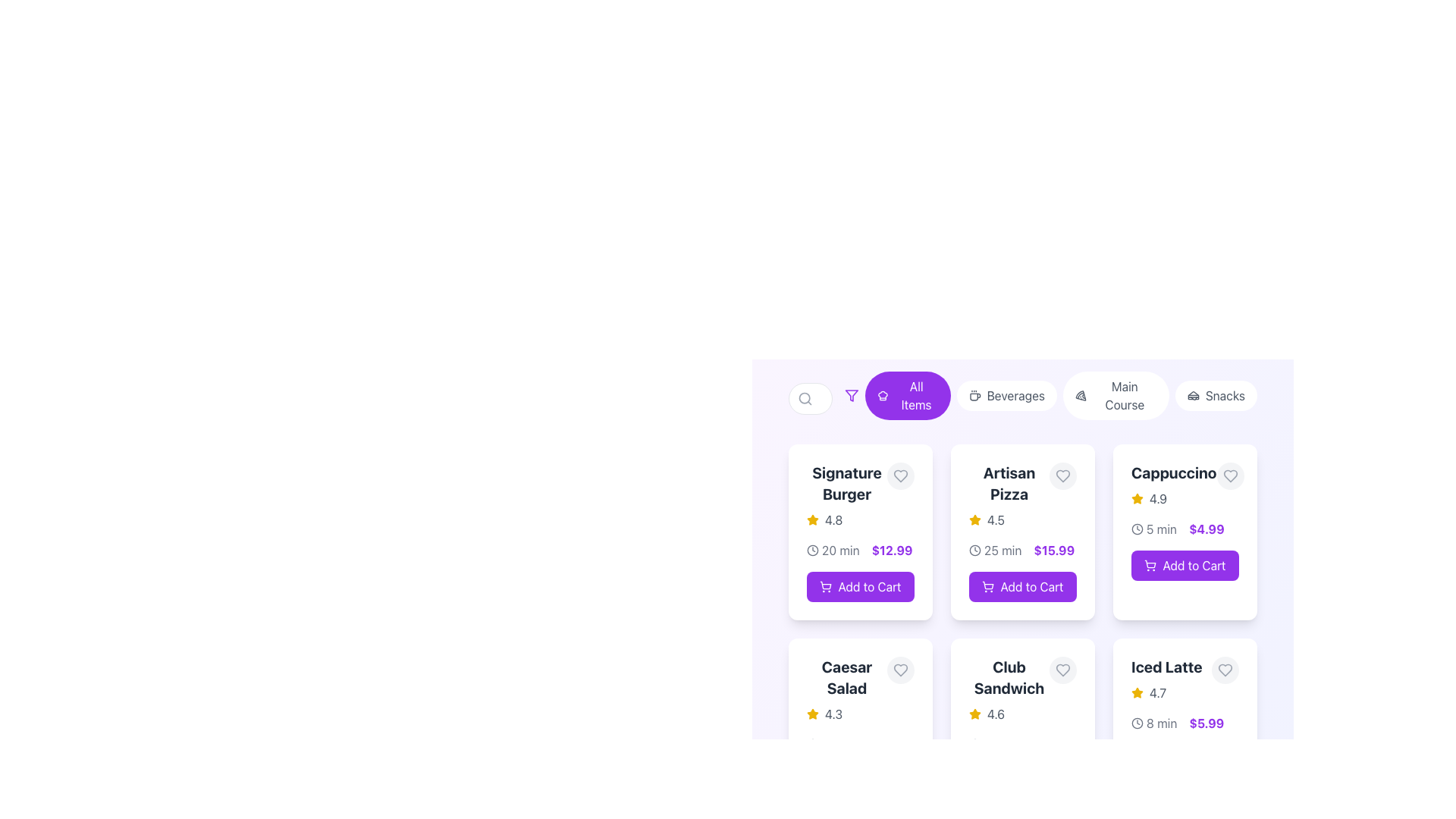  I want to click on the 'Beverages' text label in the navigation bar, so click(1015, 394).